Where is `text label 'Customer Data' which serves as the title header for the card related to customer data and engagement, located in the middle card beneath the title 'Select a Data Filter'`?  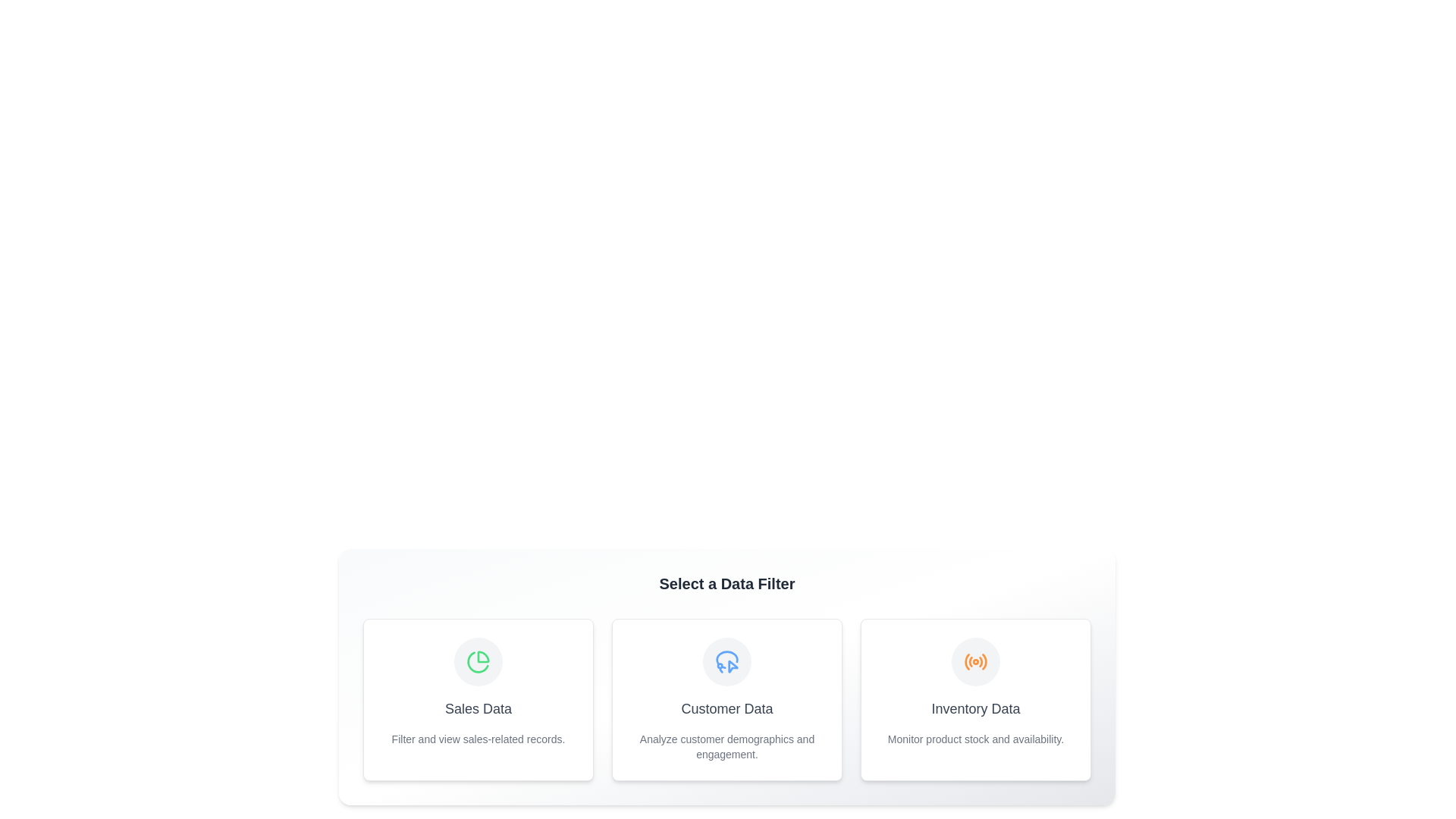 text label 'Customer Data' which serves as the title header for the card related to customer data and engagement, located in the middle card beneath the title 'Select a Data Filter' is located at coordinates (726, 708).